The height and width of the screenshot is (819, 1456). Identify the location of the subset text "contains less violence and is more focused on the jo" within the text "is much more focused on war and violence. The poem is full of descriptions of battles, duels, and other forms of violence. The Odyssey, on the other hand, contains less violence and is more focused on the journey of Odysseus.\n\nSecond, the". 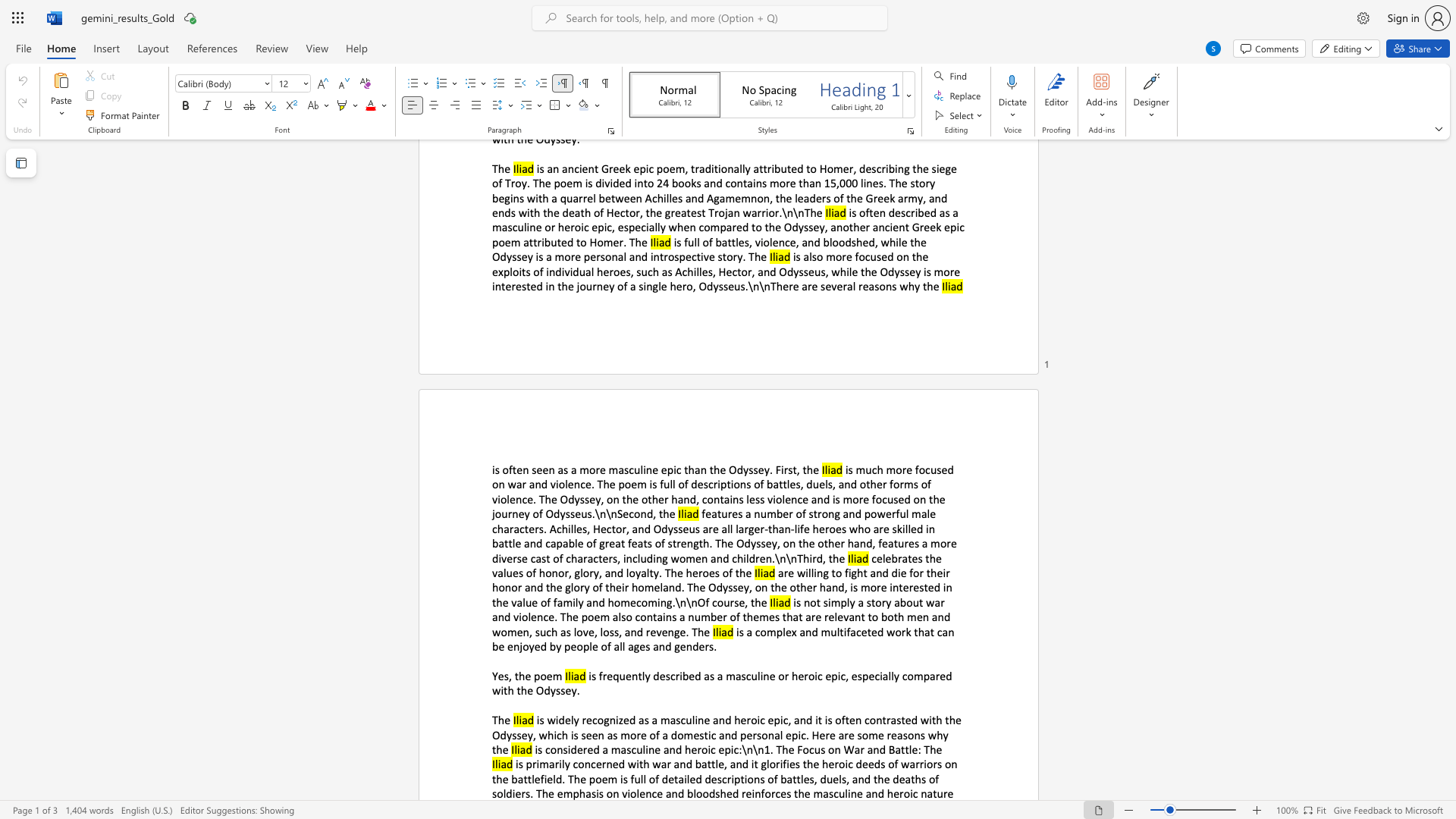
(701, 499).